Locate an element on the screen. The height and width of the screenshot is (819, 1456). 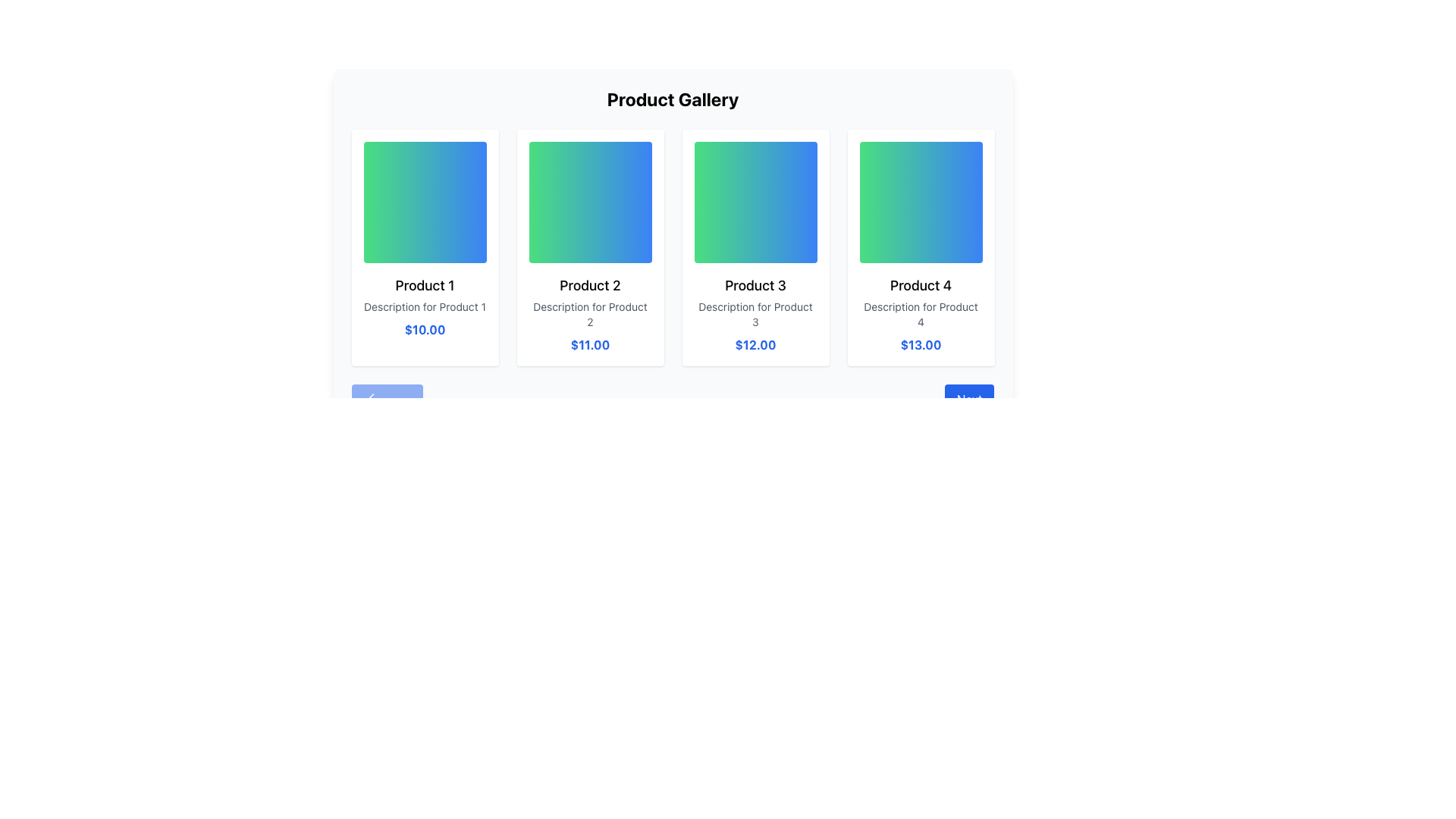
the price display element showing '$13.00' in bold blue text located at the bottom of the last product card in the gallery for potential interaction is located at coordinates (920, 345).